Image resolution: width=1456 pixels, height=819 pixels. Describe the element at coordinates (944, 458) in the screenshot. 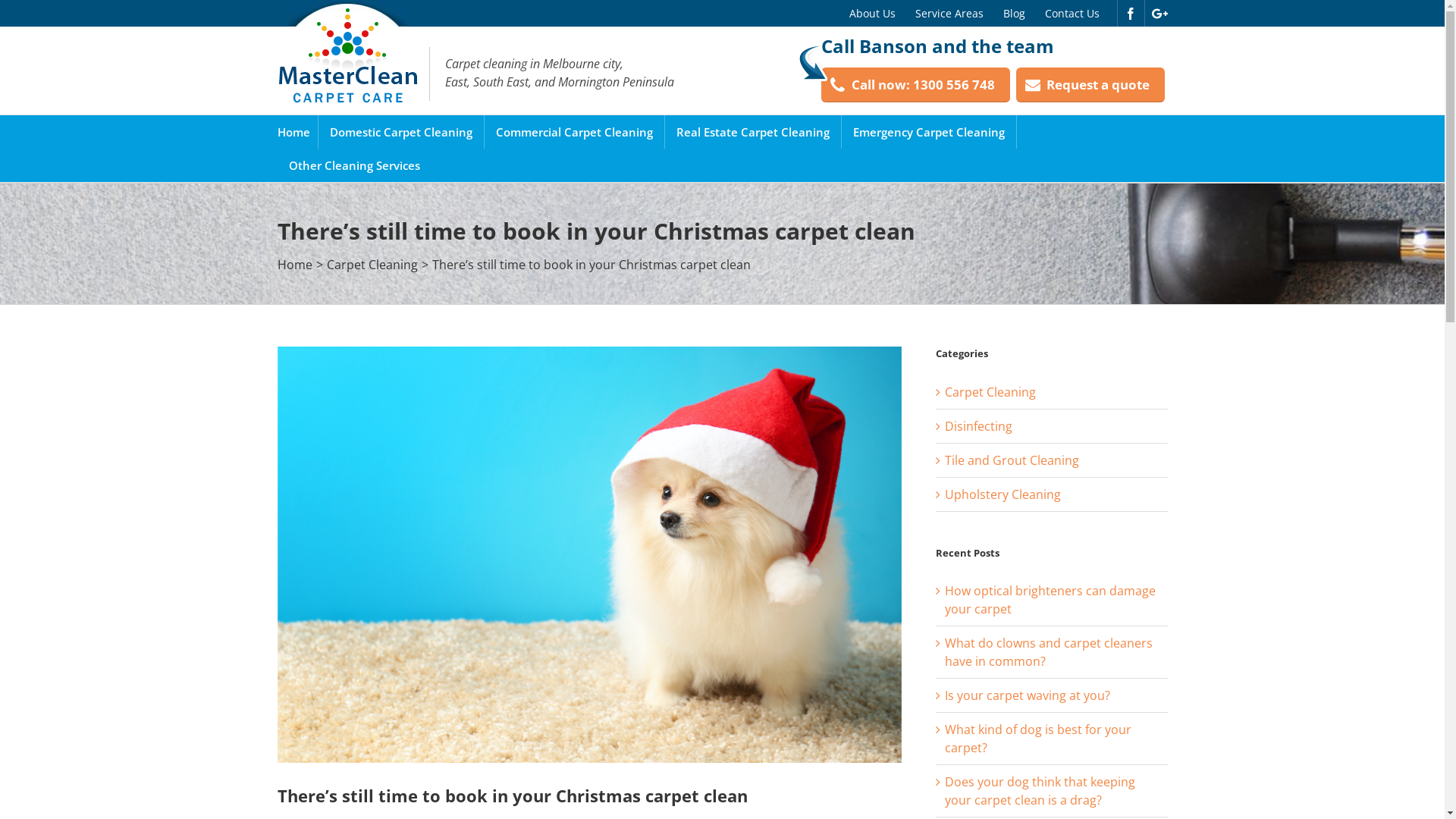

I see `'Tile and Grout Cleaning'` at that location.